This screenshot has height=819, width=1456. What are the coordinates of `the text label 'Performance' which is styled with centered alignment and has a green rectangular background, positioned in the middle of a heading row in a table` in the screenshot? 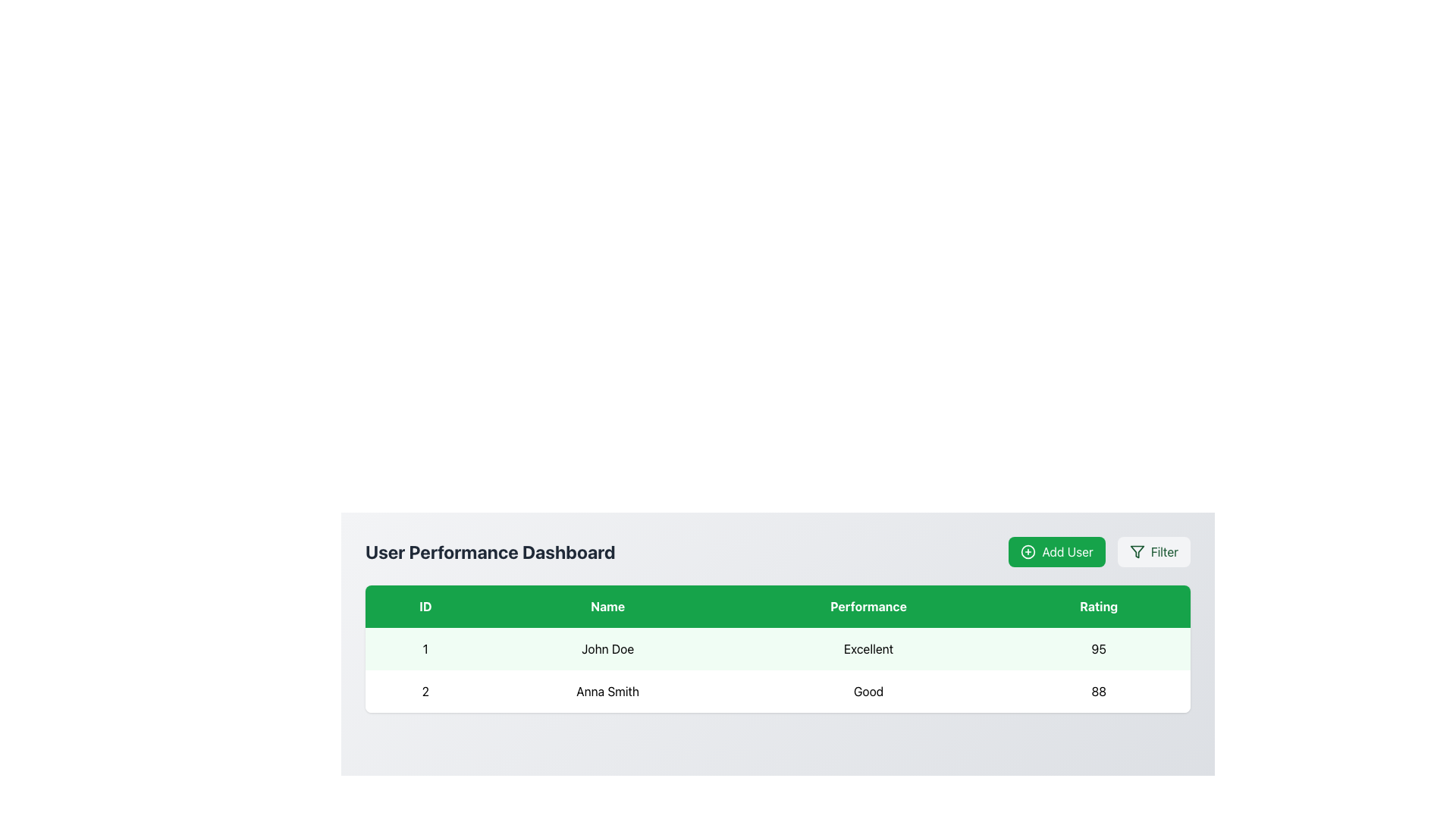 It's located at (868, 605).